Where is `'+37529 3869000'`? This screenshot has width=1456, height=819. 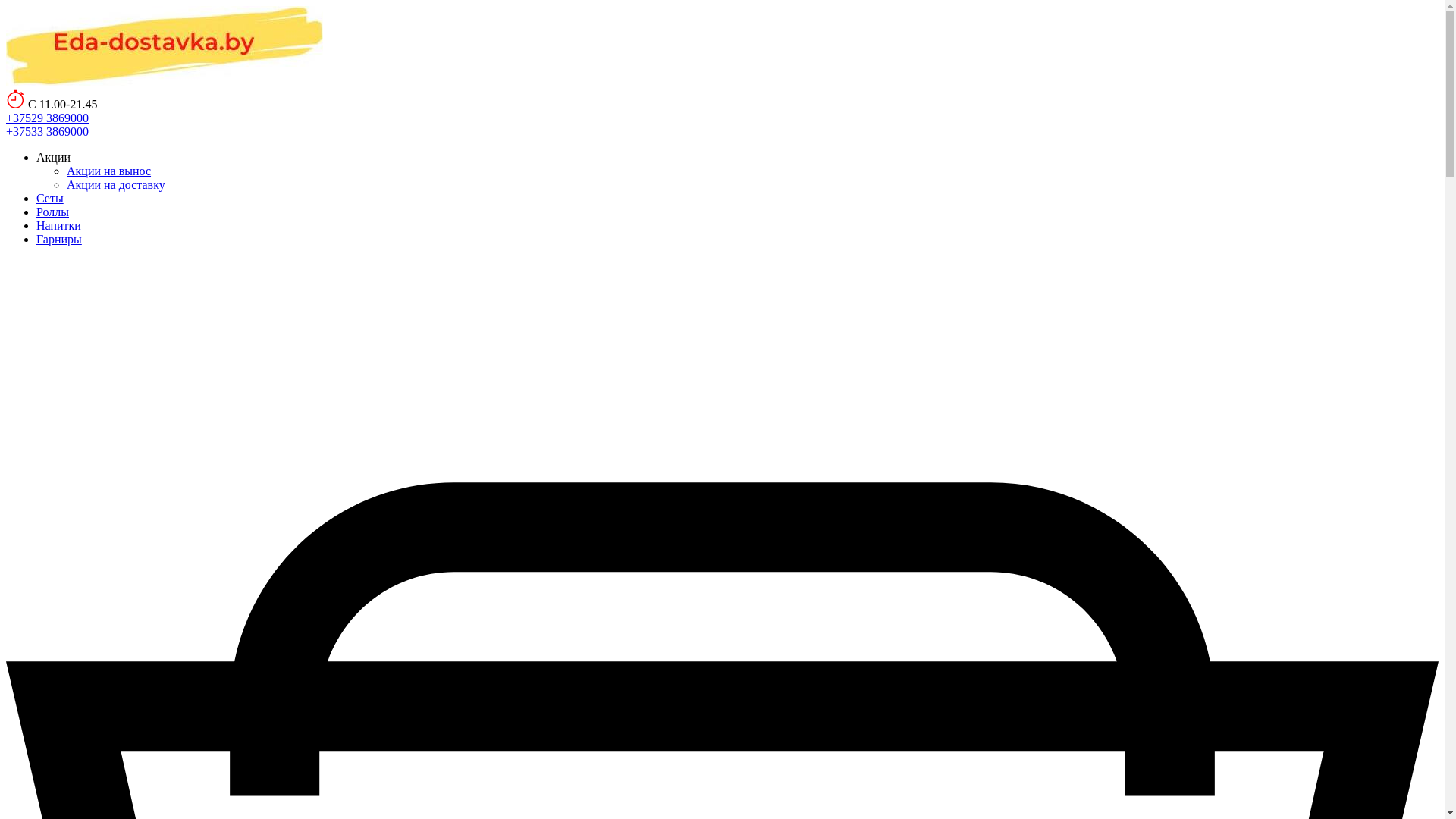 '+37529 3869000' is located at coordinates (47, 116).